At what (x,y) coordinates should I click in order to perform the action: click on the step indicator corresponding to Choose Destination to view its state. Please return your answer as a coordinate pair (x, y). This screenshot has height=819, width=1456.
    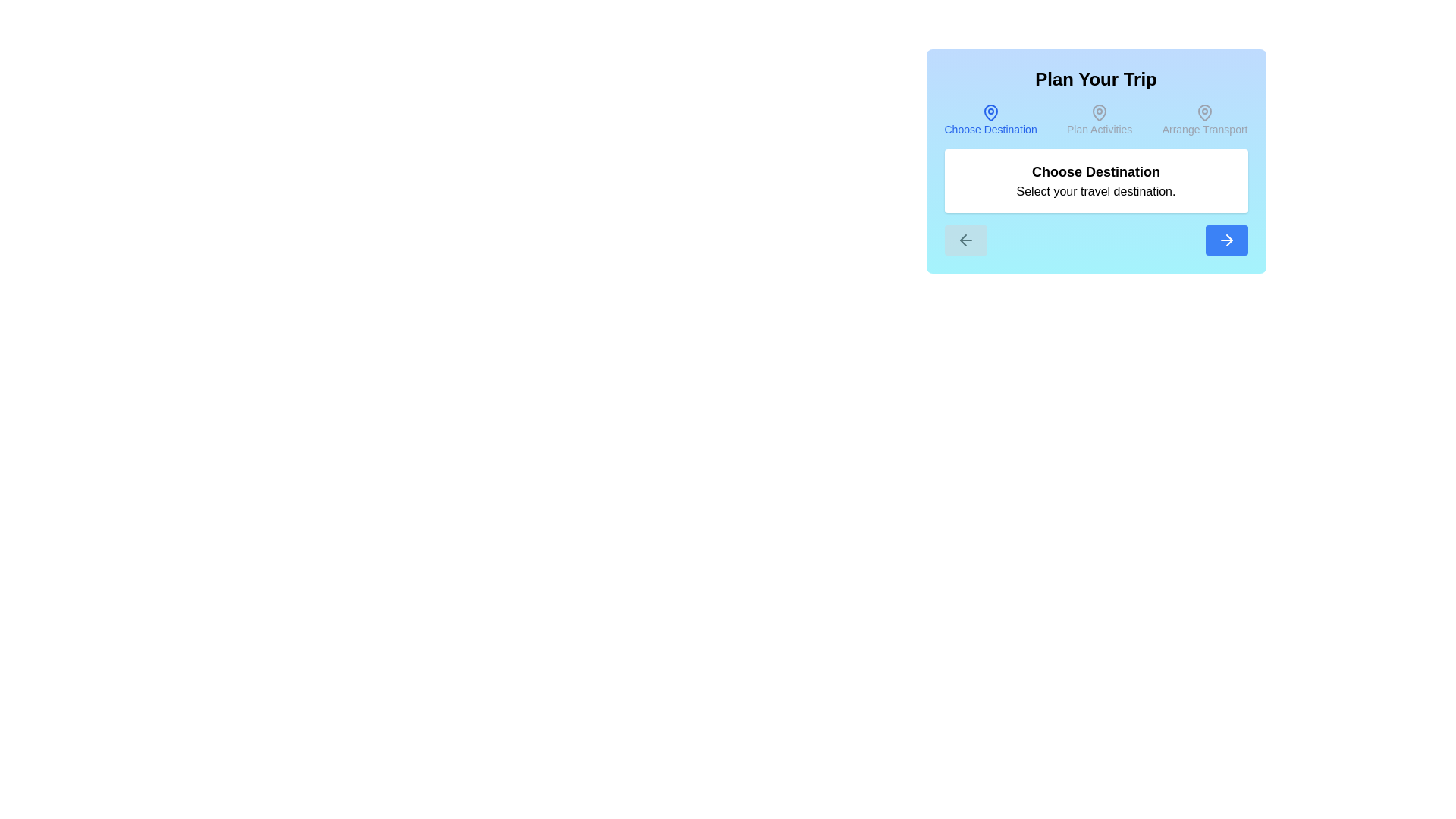
    Looking at the image, I should click on (990, 119).